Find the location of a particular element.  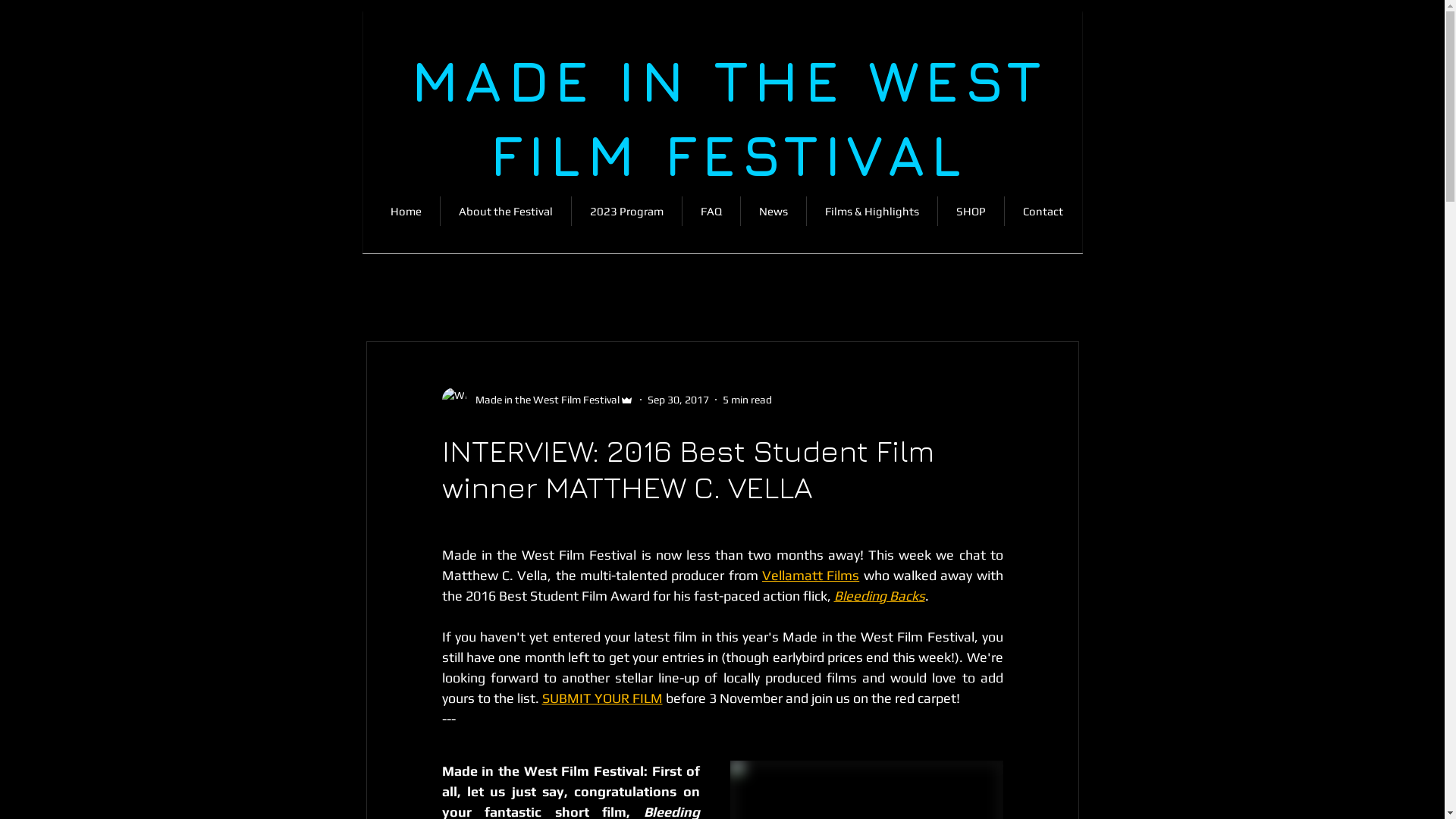

'2023 Program' is located at coordinates (570, 211).